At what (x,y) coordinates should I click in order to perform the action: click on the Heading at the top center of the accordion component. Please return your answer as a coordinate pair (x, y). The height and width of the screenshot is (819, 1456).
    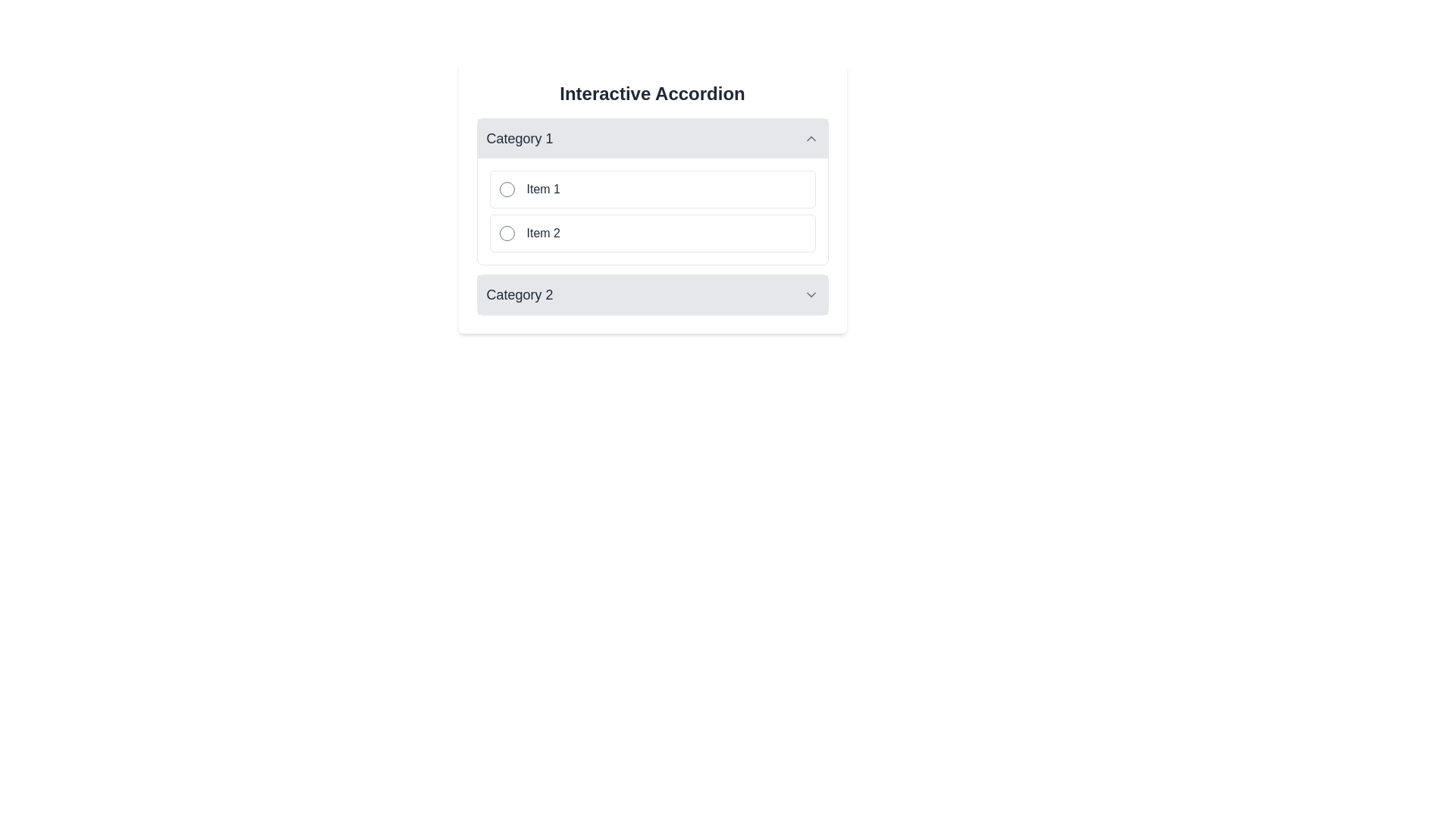
    Looking at the image, I should click on (652, 93).